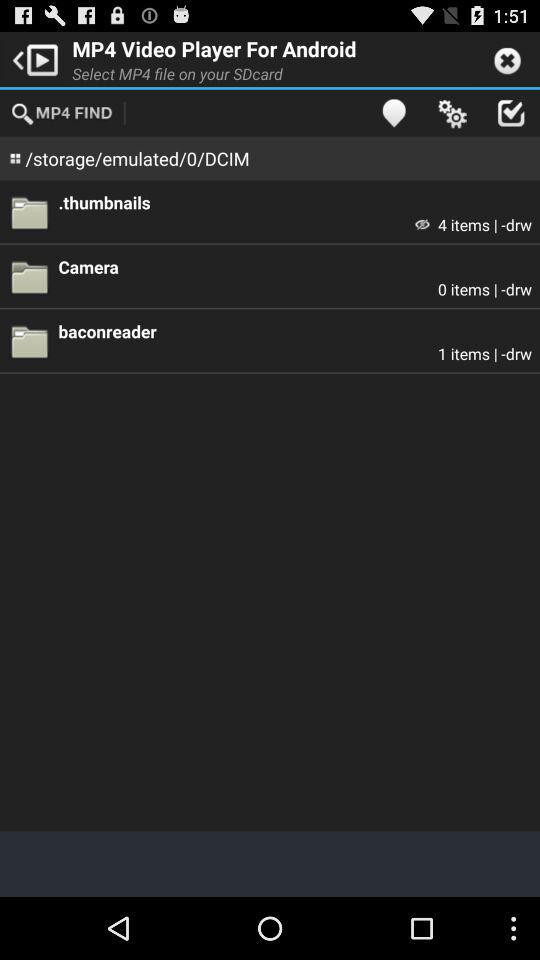 Image resolution: width=540 pixels, height=960 pixels. I want to click on icon to the left of the mp4 video player app, so click(31, 57).